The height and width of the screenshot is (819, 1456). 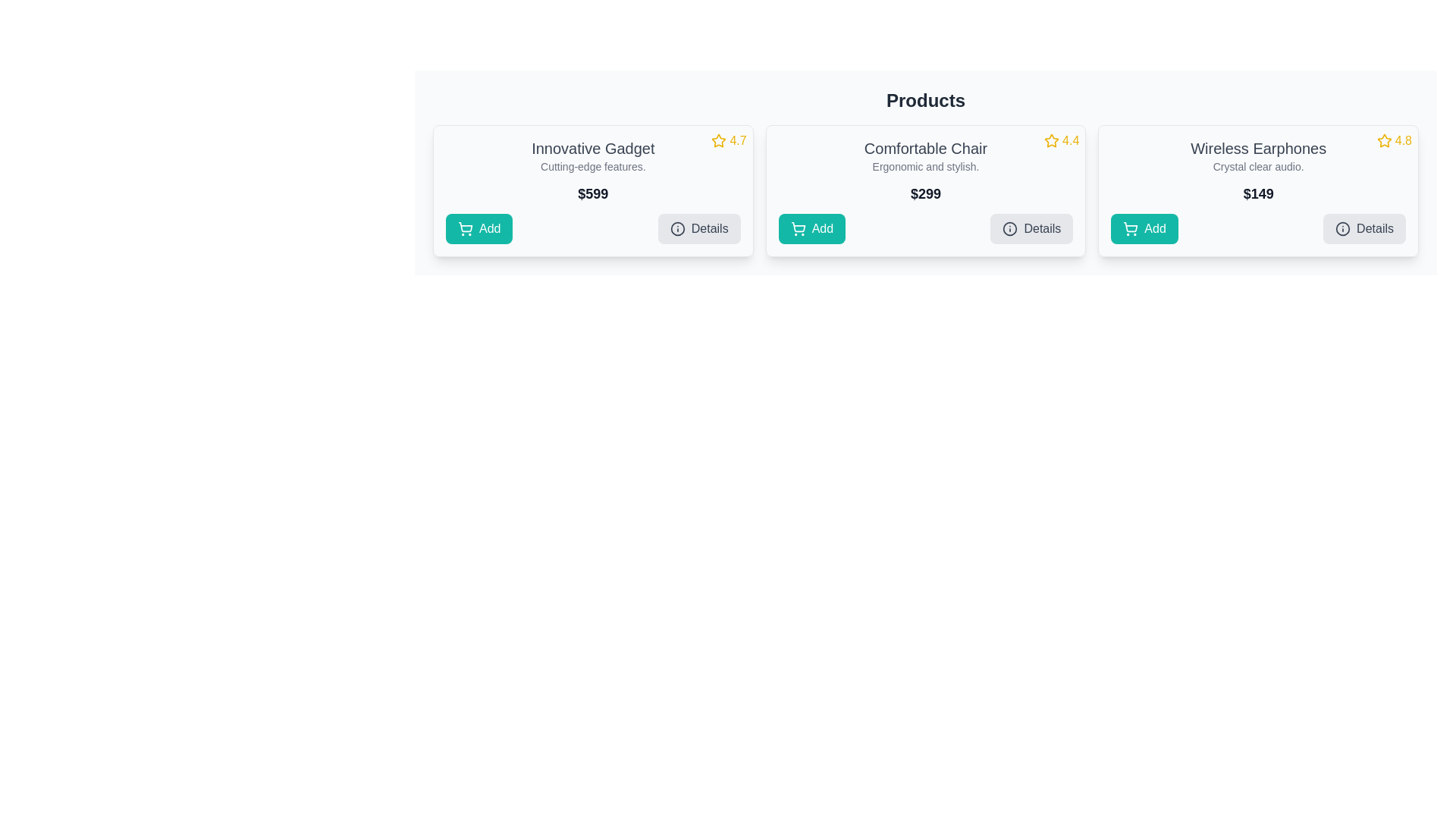 I want to click on the star rating icon in the top-right corner of the 'Wireless Earphones' product card to provide a rating, so click(x=1384, y=140).